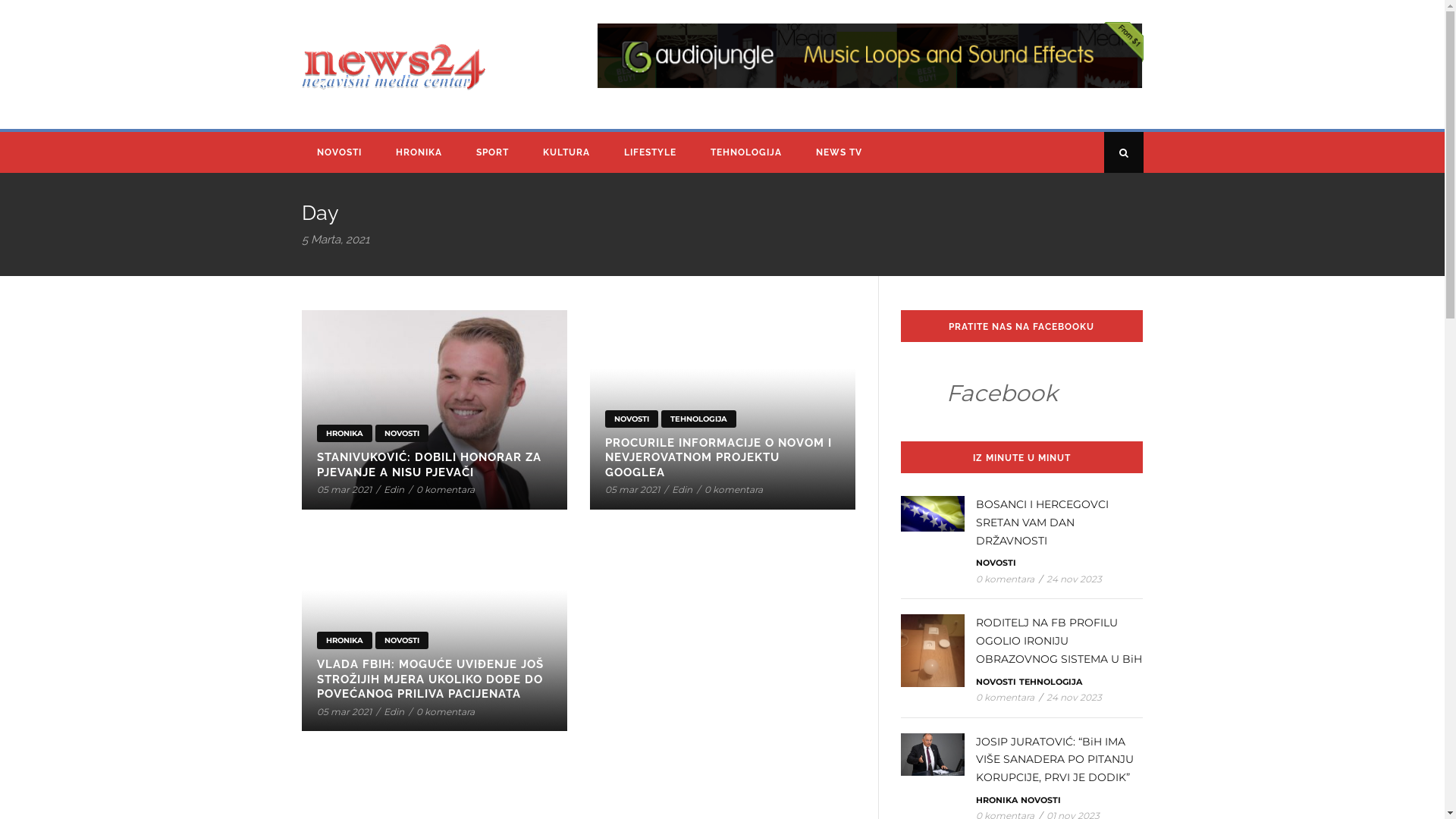 The height and width of the screenshot is (819, 1456). What do you see at coordinates (394, 489) in the screenshot?
I see `'Edin'` at bounding box center [394, 489].